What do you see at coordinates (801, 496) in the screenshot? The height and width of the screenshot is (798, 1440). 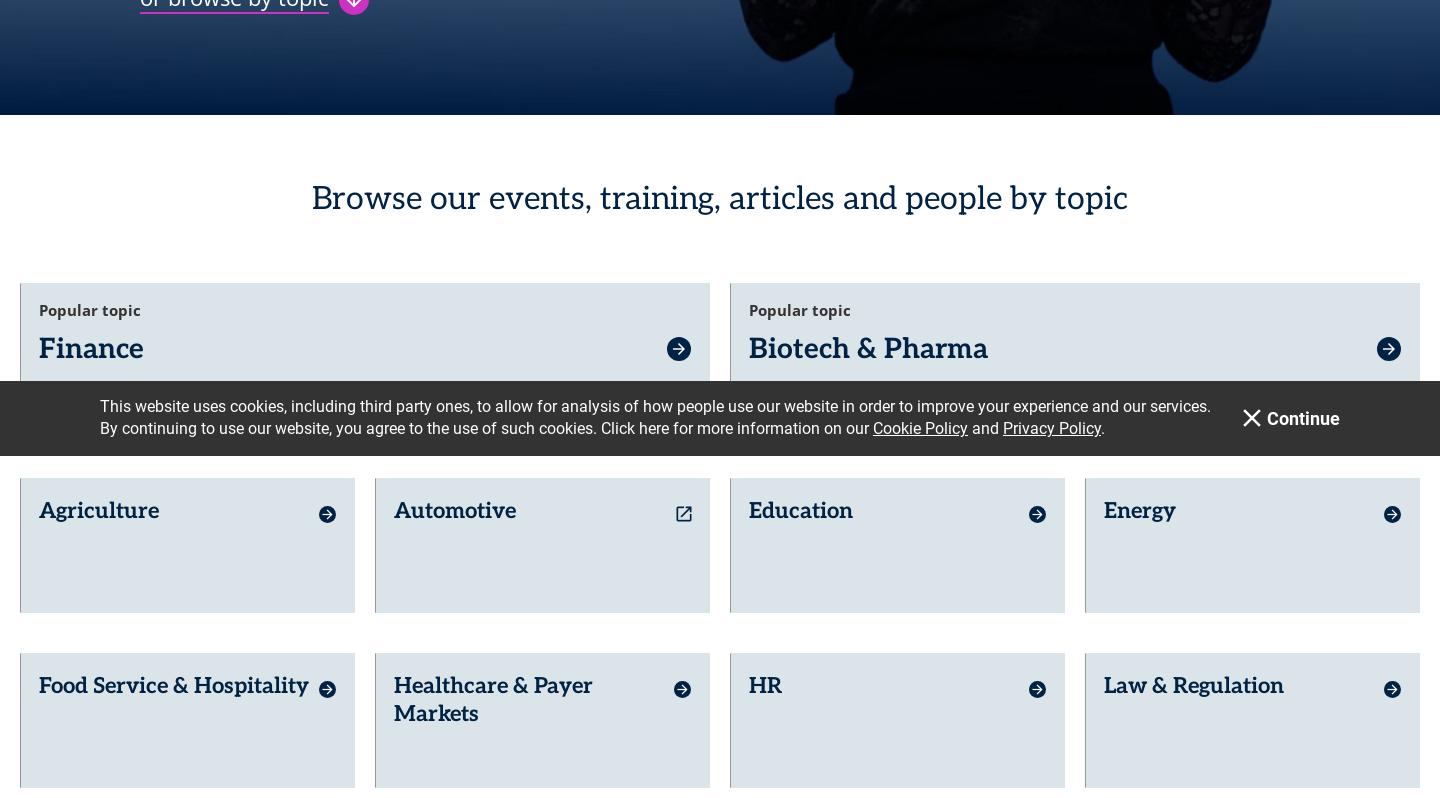 I see `'Education'` at bounding box center [801, 496].